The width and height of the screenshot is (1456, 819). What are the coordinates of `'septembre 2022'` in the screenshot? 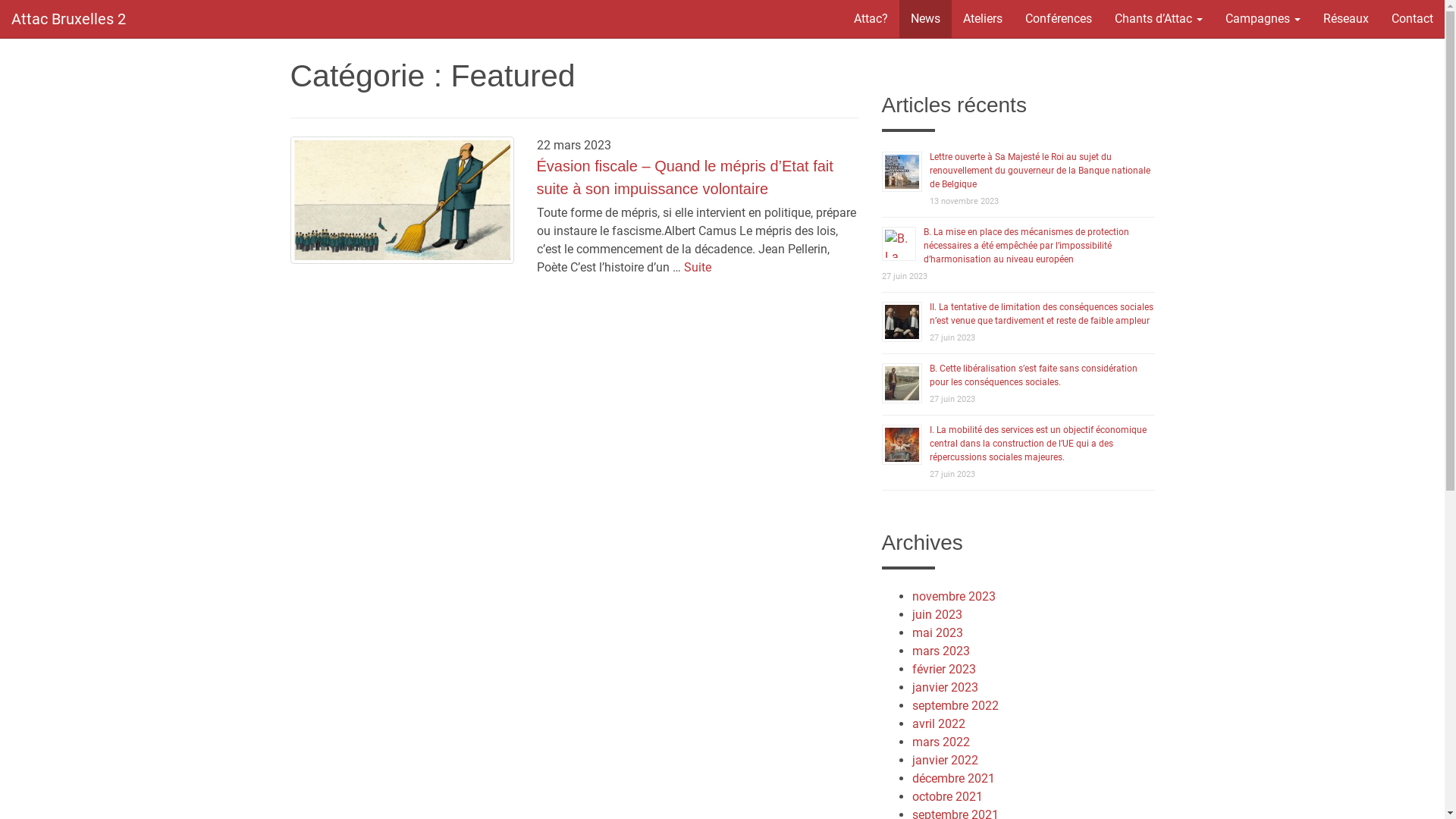 It's located at (953, 705).